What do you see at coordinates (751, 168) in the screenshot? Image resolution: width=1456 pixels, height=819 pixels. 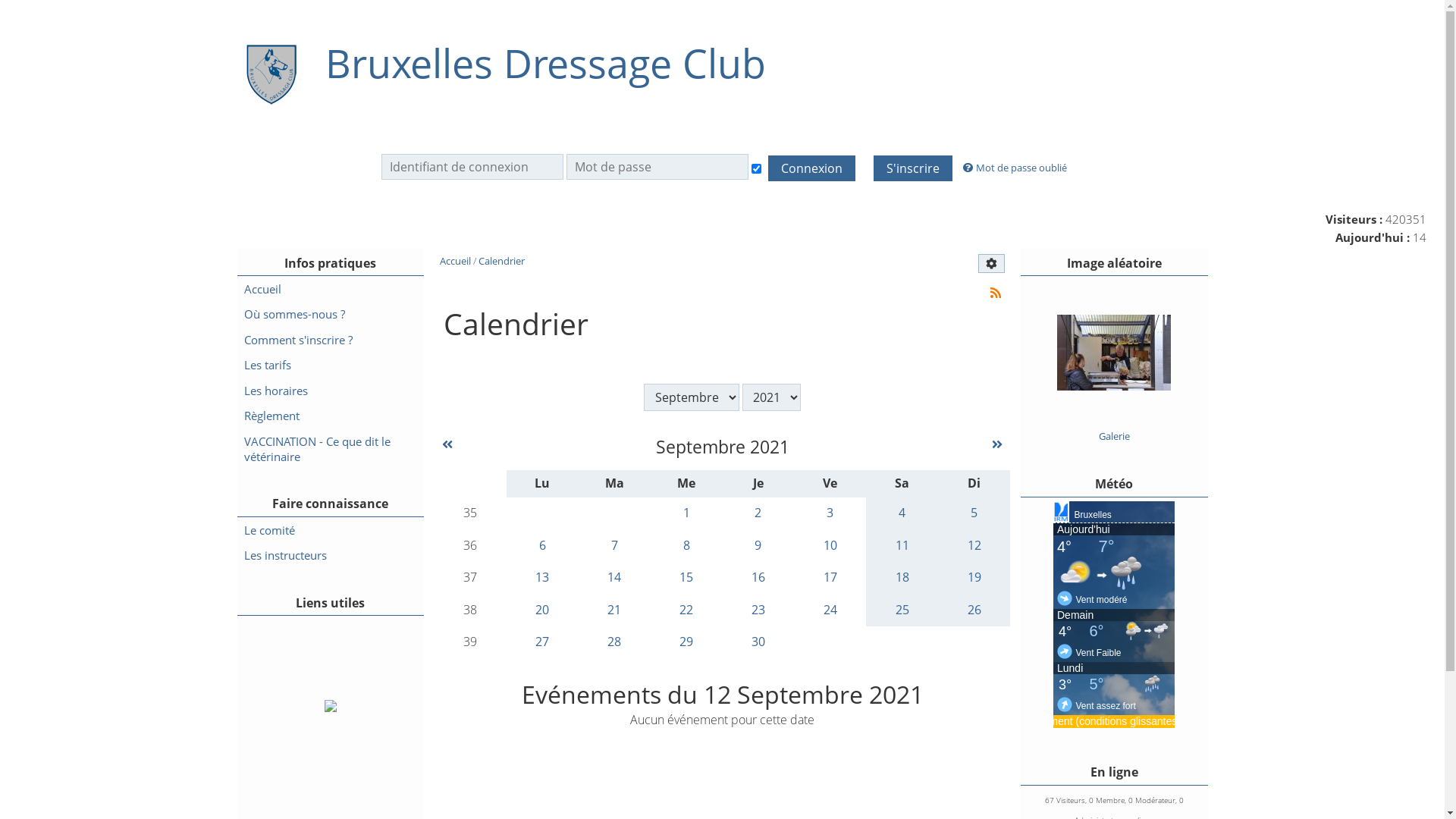 I see `'Connexion auto'` at bounding box center [751, 168].